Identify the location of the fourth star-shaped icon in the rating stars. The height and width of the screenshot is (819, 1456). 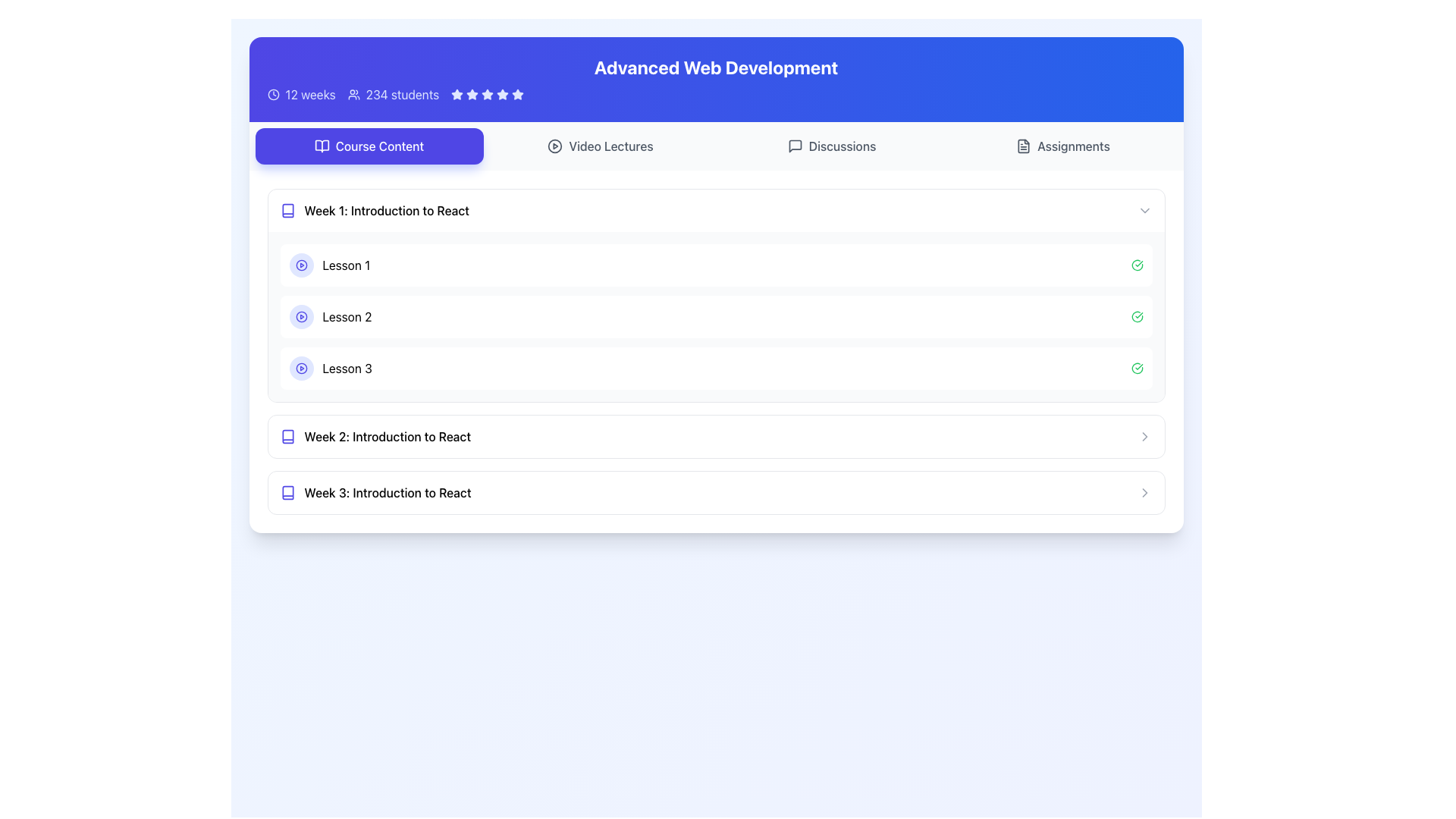
(488, 94).